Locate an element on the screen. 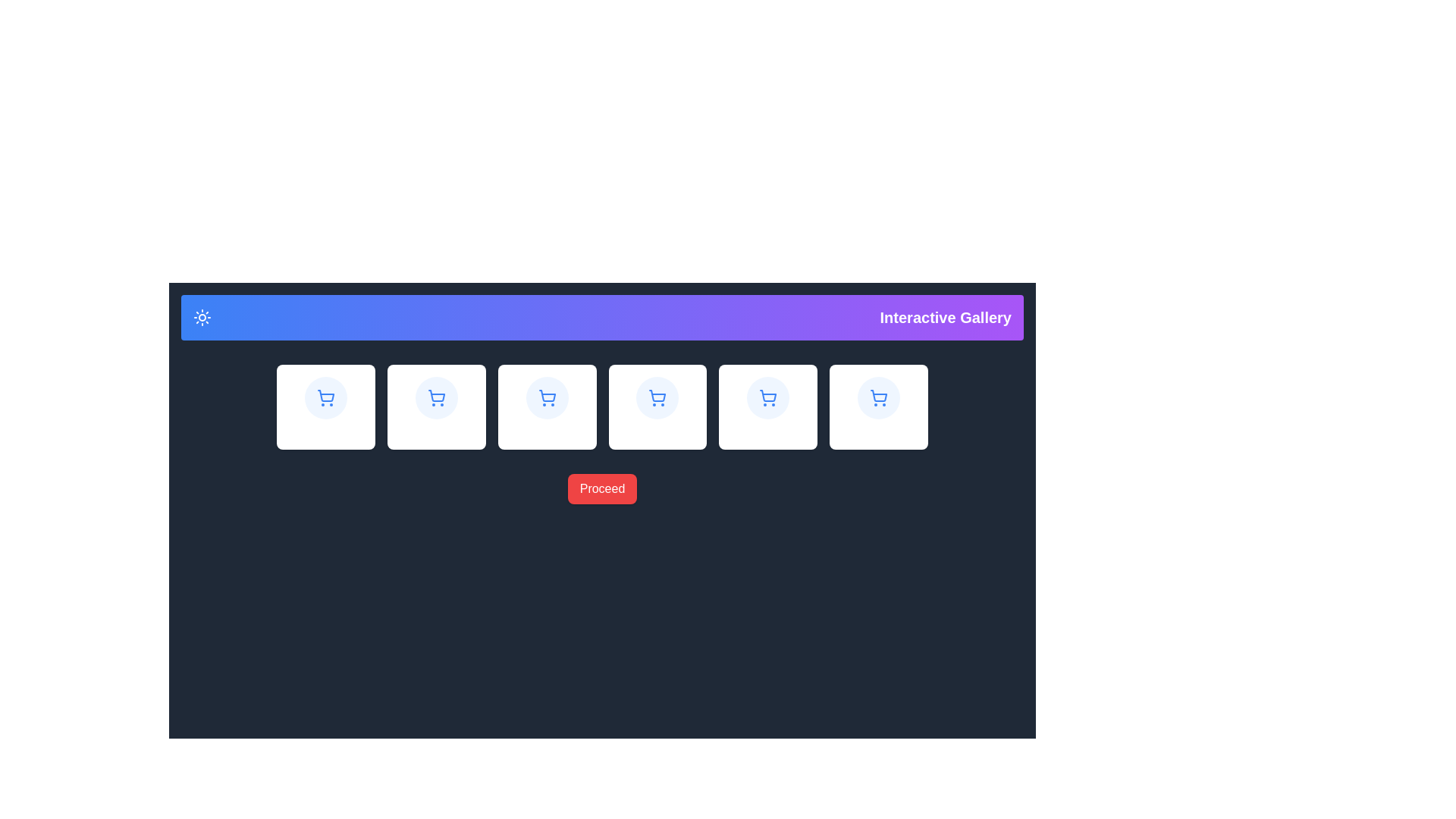 This screenshot has height=819, width=1456. the ShoppingCart card, which features a blue shopping cart icon on a white background with rounded corners, located in the top-left of the grid layout is located at coordinates (325, 406).